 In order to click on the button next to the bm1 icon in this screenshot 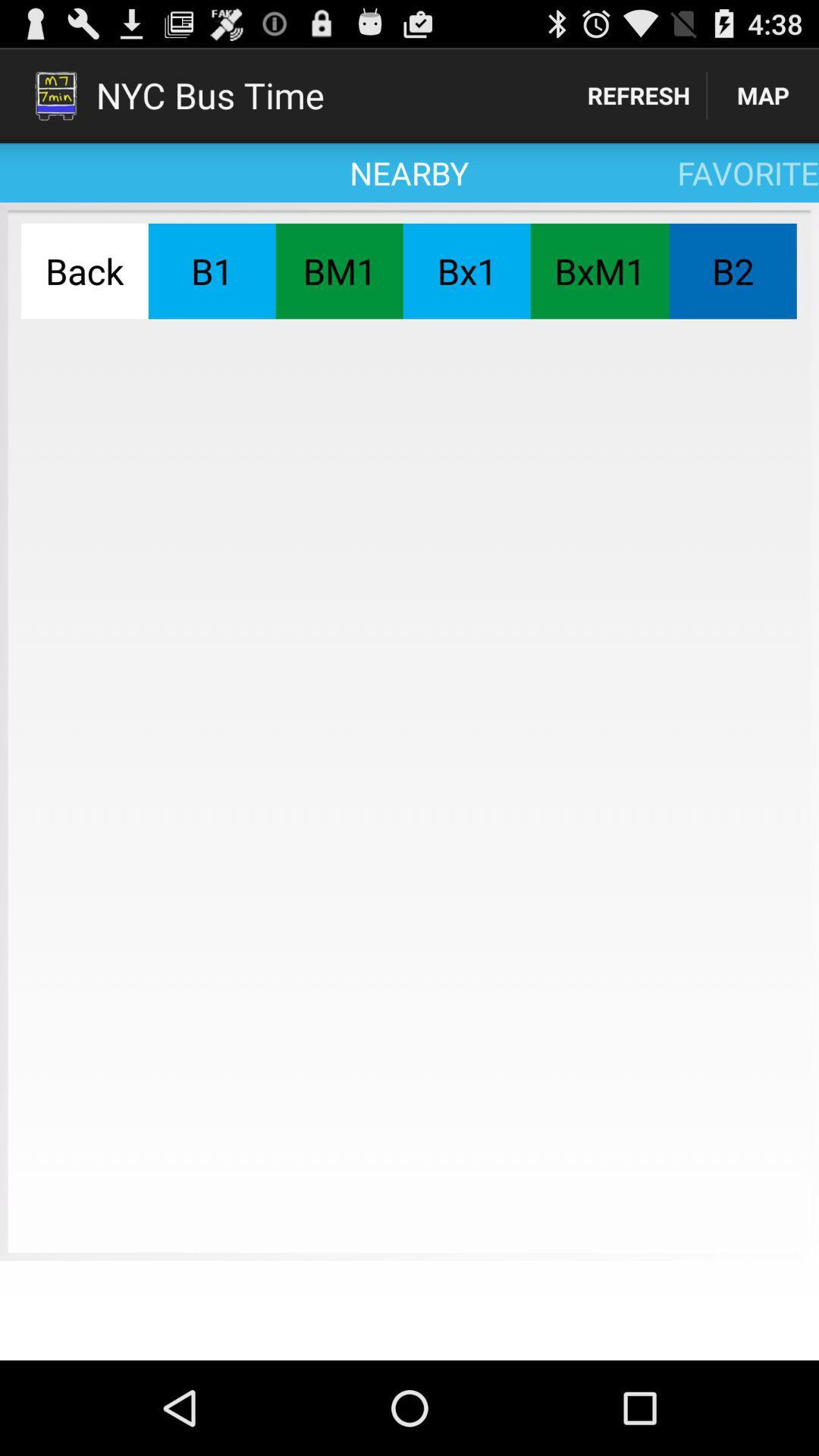, I will do `click(466, 271)`.